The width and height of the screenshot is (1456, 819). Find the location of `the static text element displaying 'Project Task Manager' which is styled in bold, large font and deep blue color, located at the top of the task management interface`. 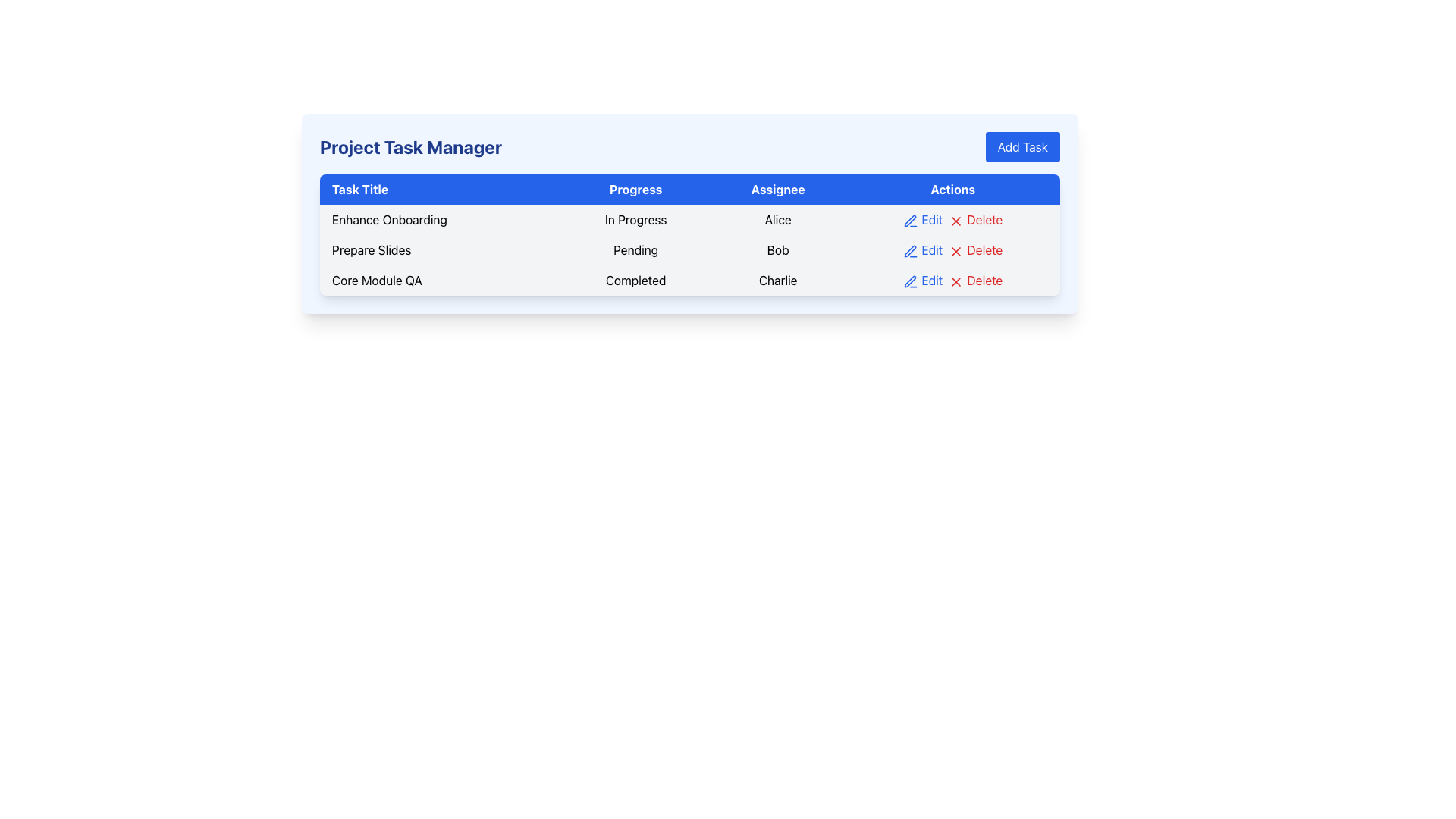

the static text element displaying 'Project Task Manager' which is styled in bold, large font and deep blue color, located at the top of the task management interface is located at coordinates (411, 146).